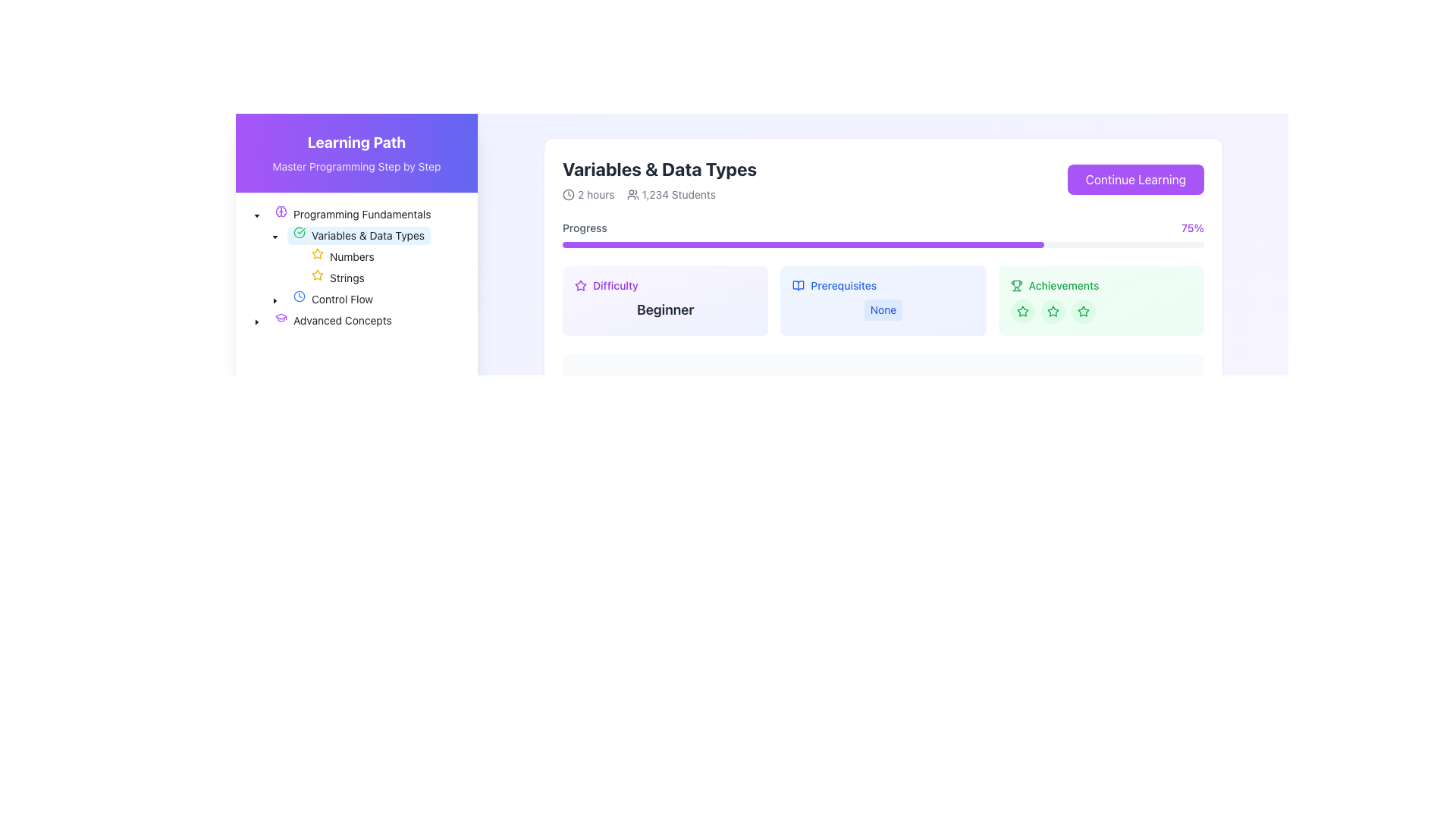 Image resolution: width=1456 pixels, height=819 pixels. What do you see at coordinates (257, 299) in the screenshot?
I see `the graphical spacer or indentation marker located in the left sidebar, which indicates the level of indentation in the 'Control Flow' list item` at bounding box center [257, 299].